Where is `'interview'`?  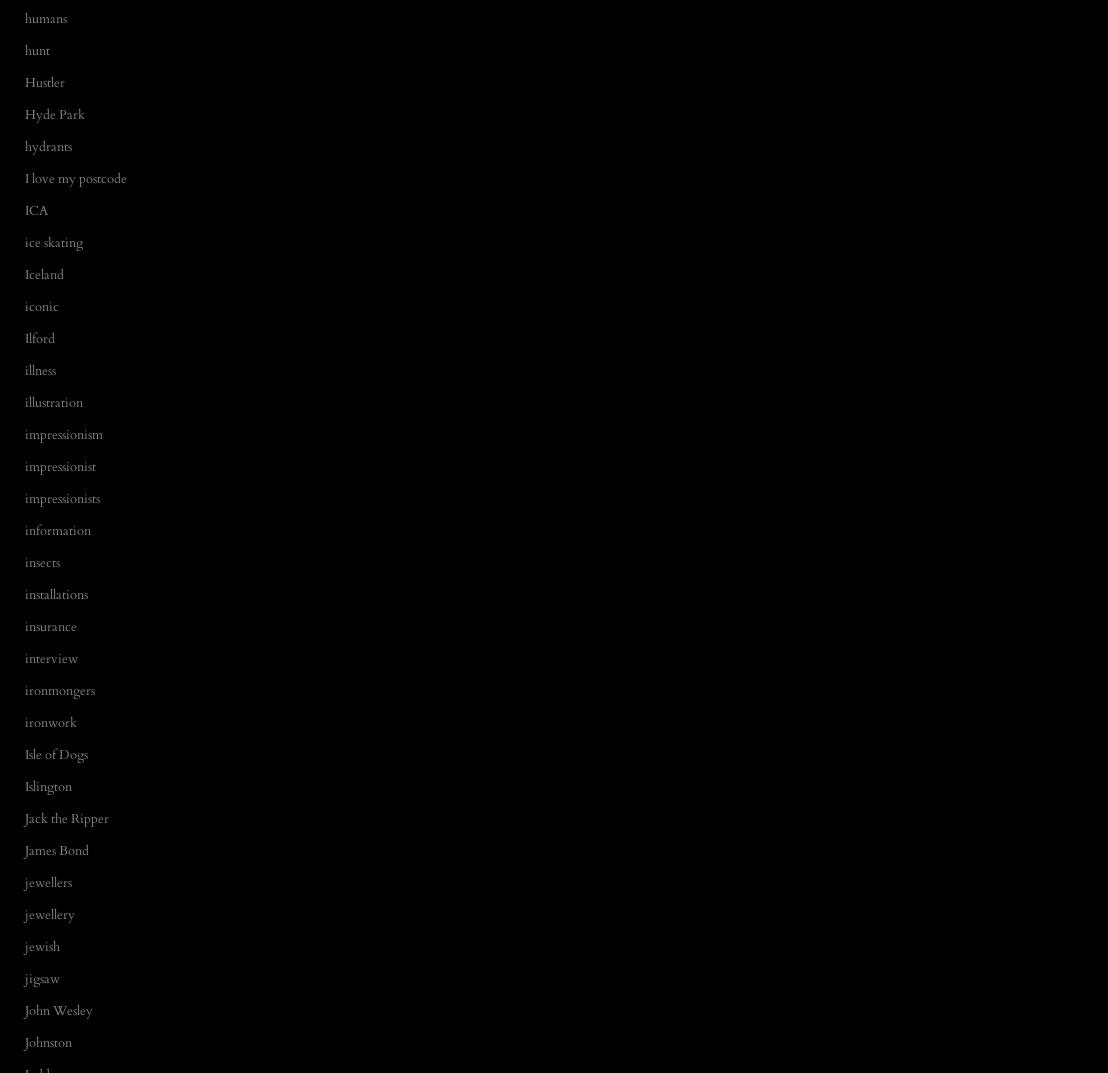 'interview' is located at coordinates (50, 657).